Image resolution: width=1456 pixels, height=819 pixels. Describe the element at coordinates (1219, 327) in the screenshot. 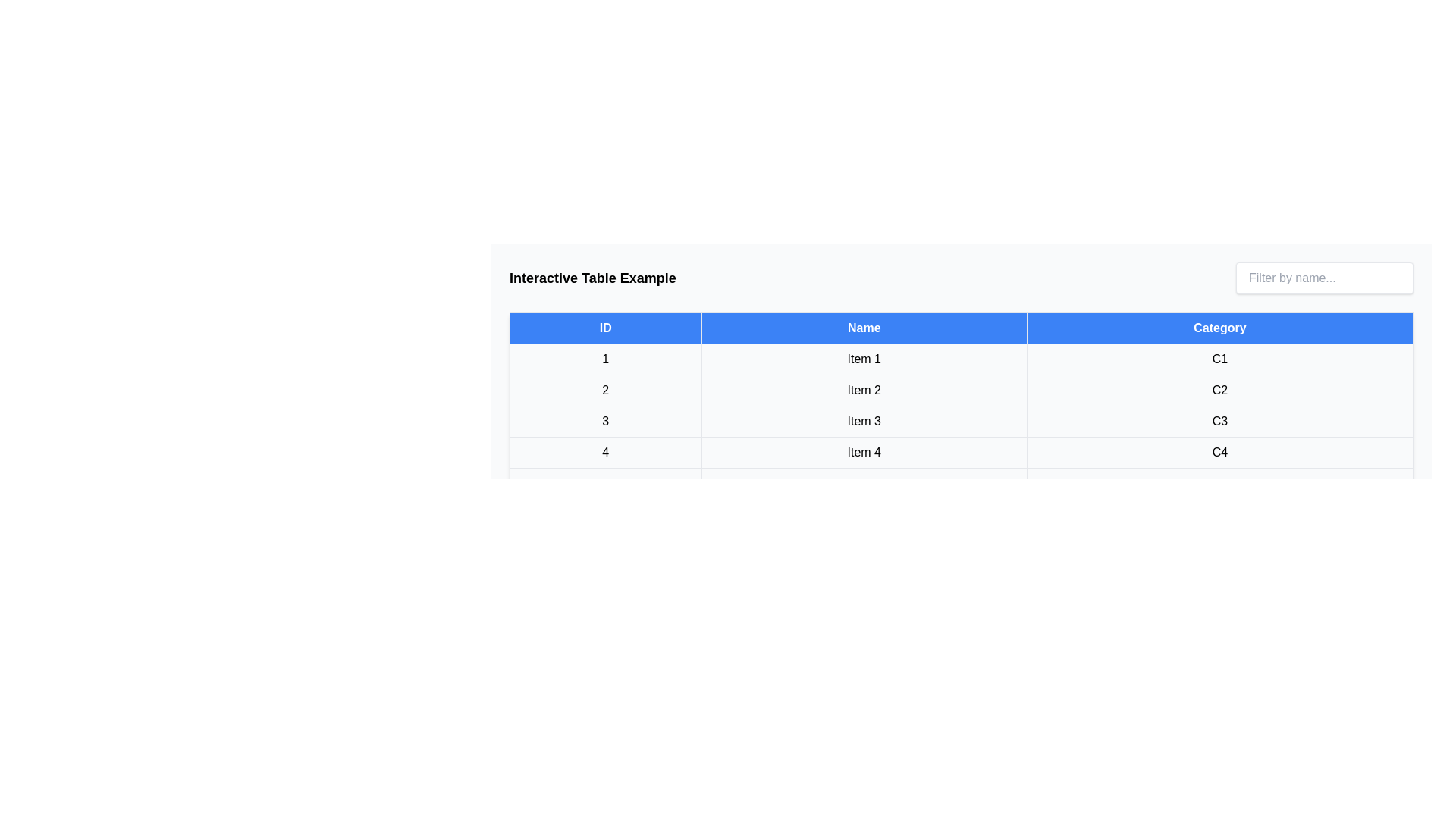

I see `the table header Category to sort the table by that column` at that location.